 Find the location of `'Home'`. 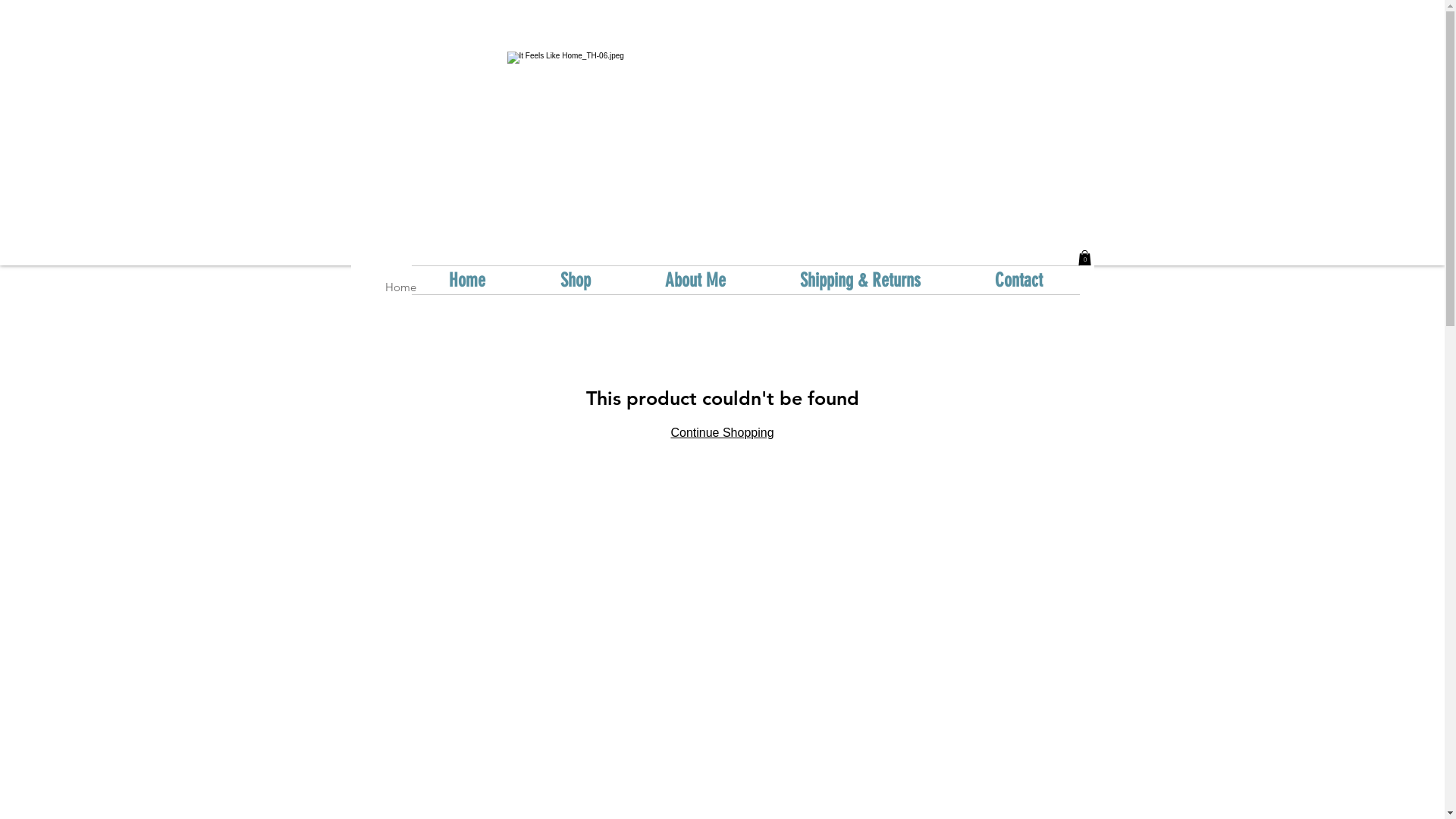

'Home' is located at coordinates (400, 287).